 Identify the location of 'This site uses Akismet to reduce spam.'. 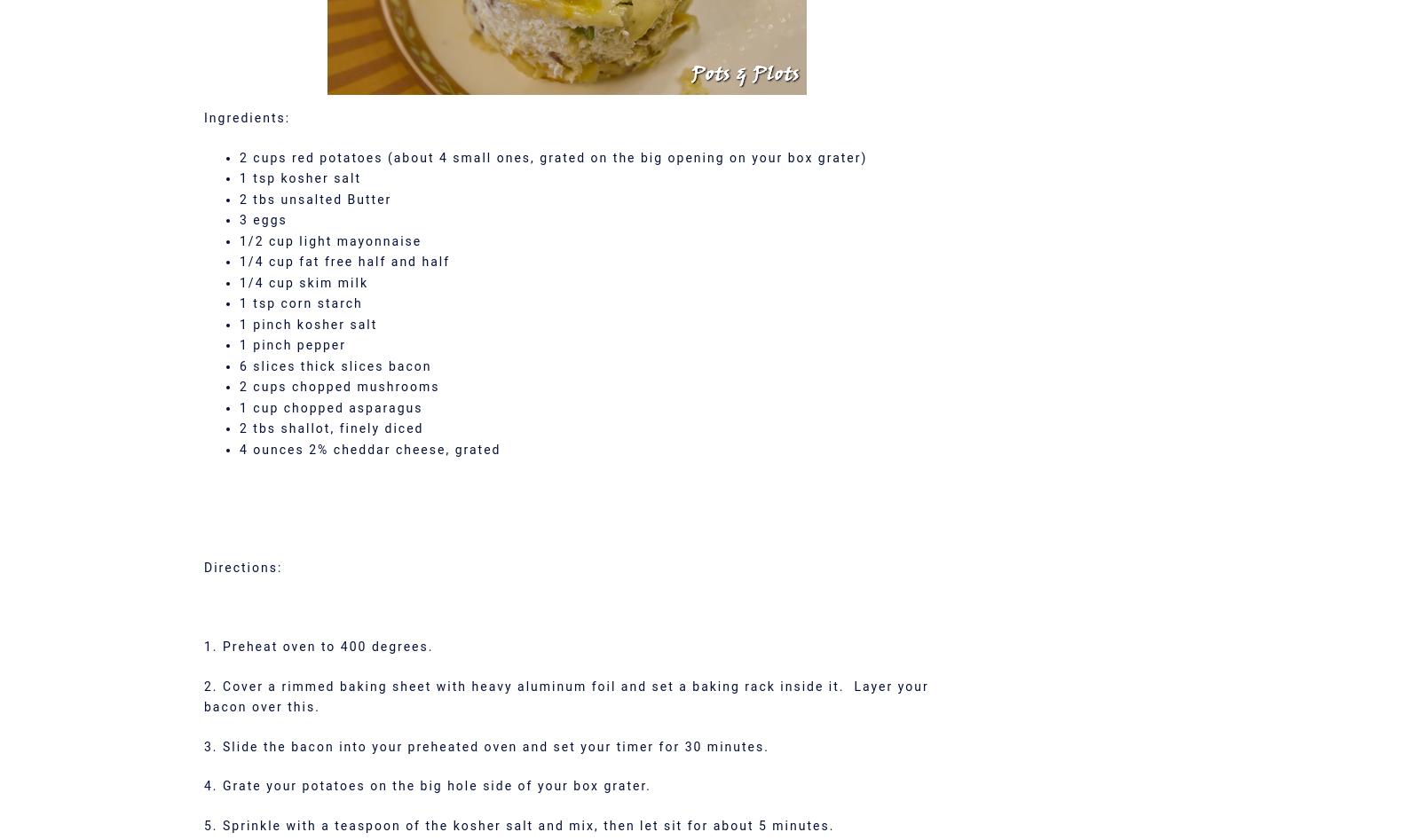
(348, 172).